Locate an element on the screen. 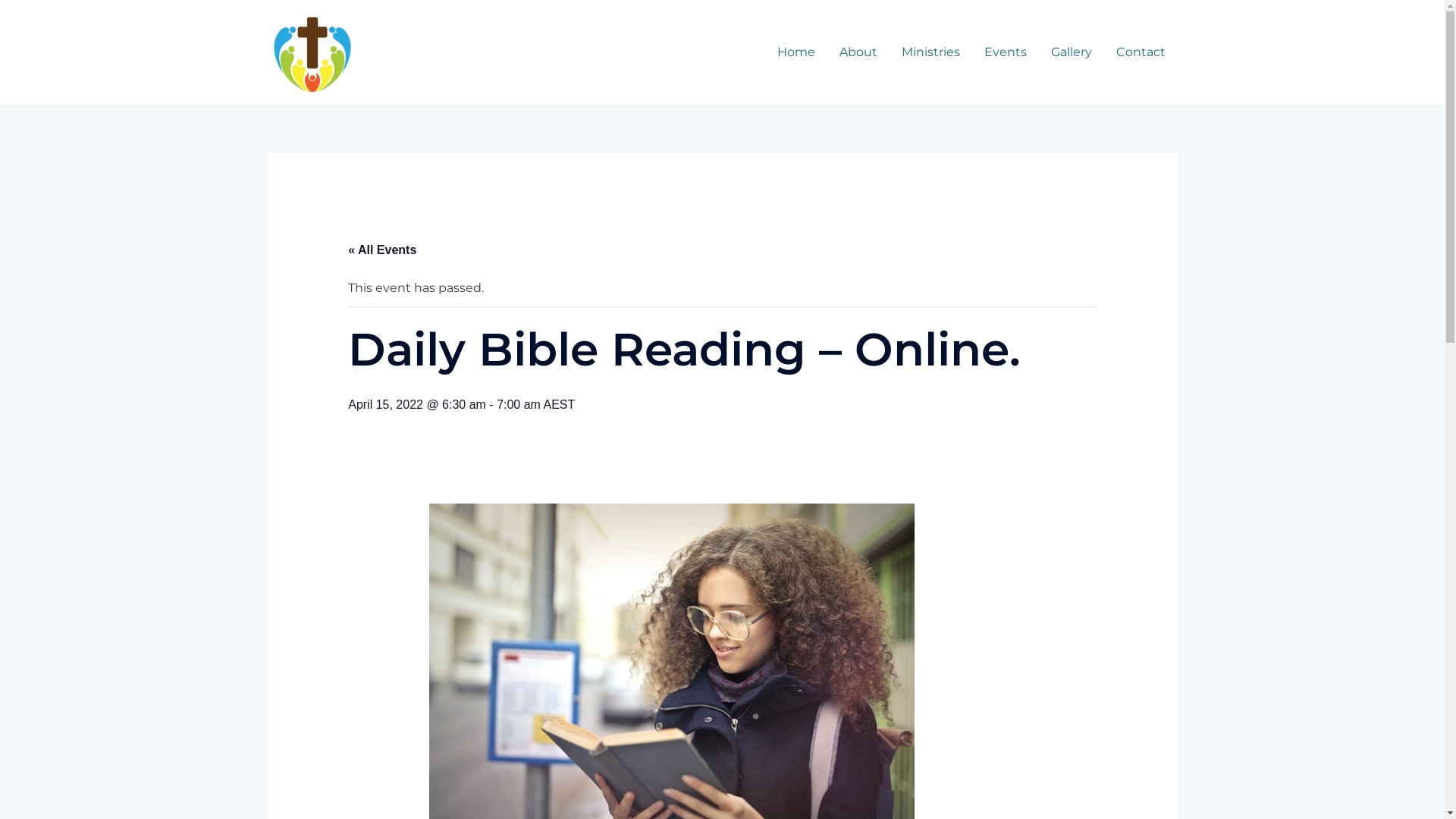 The image size is (1456, 819). 'Home' is located at coordinates (795, 52).